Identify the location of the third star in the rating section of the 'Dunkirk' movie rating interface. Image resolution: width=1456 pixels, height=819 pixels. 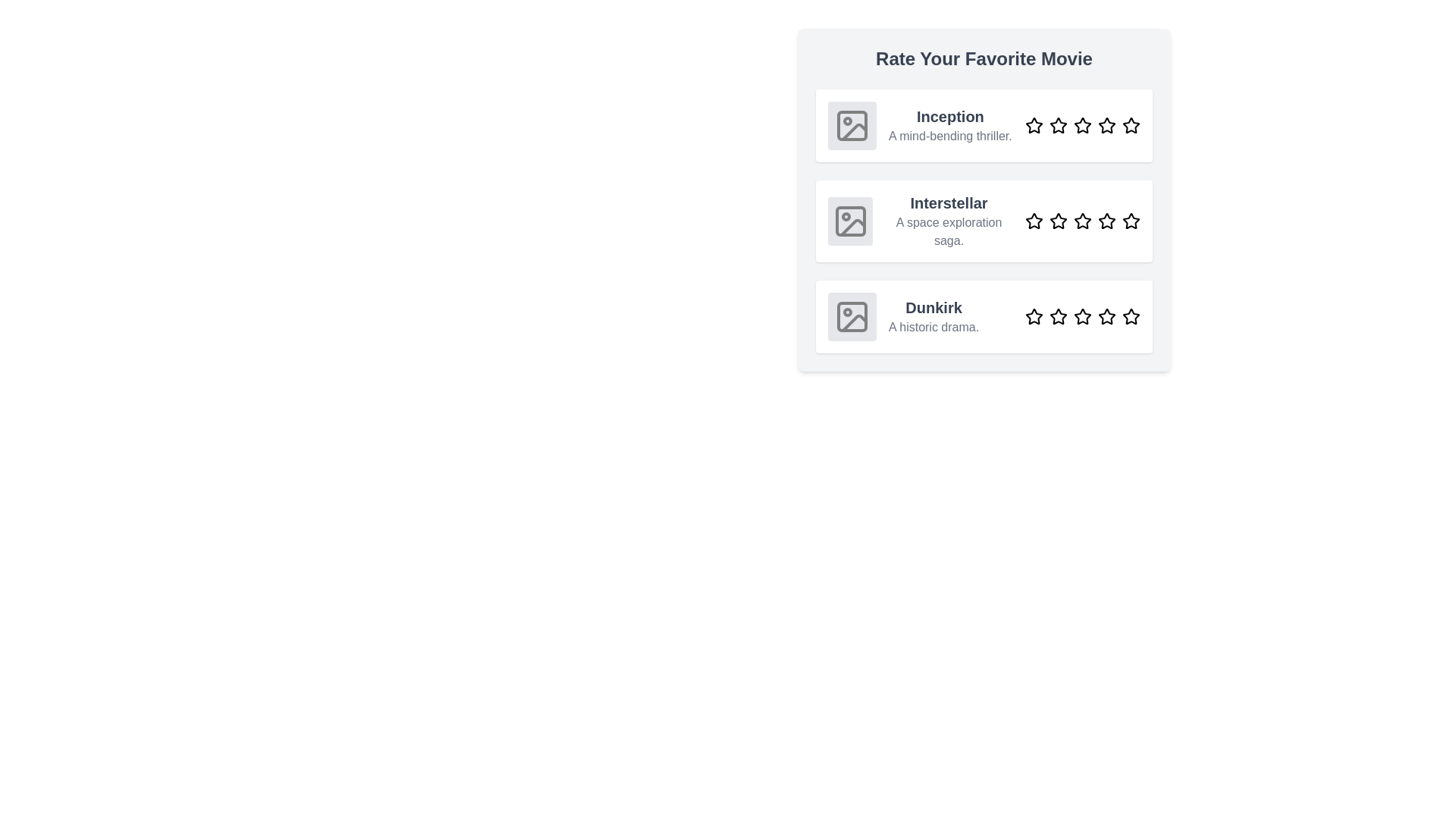
(1082, 315).